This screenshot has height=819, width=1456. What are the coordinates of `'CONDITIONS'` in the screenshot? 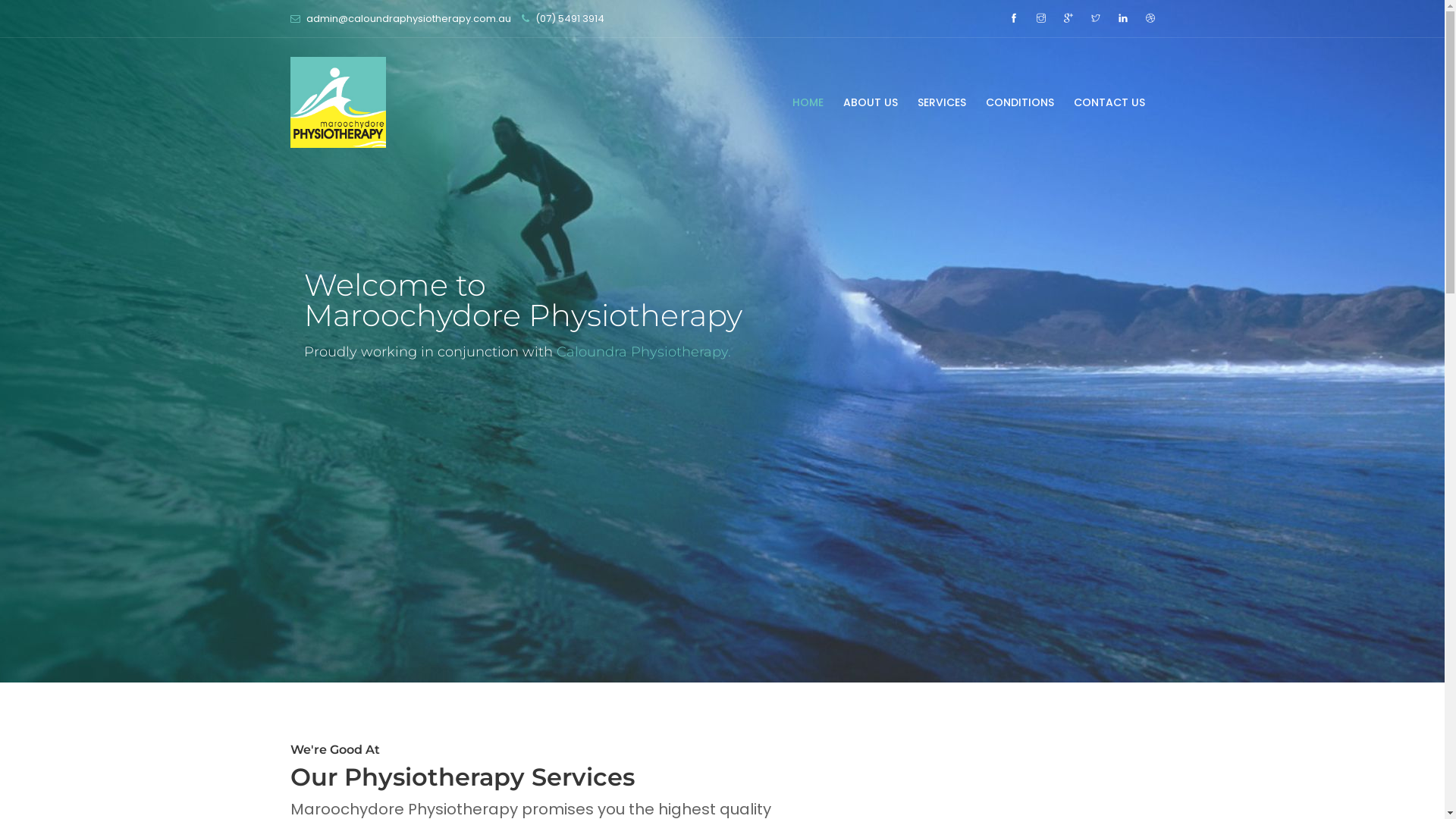 It's located at (1019, 102).